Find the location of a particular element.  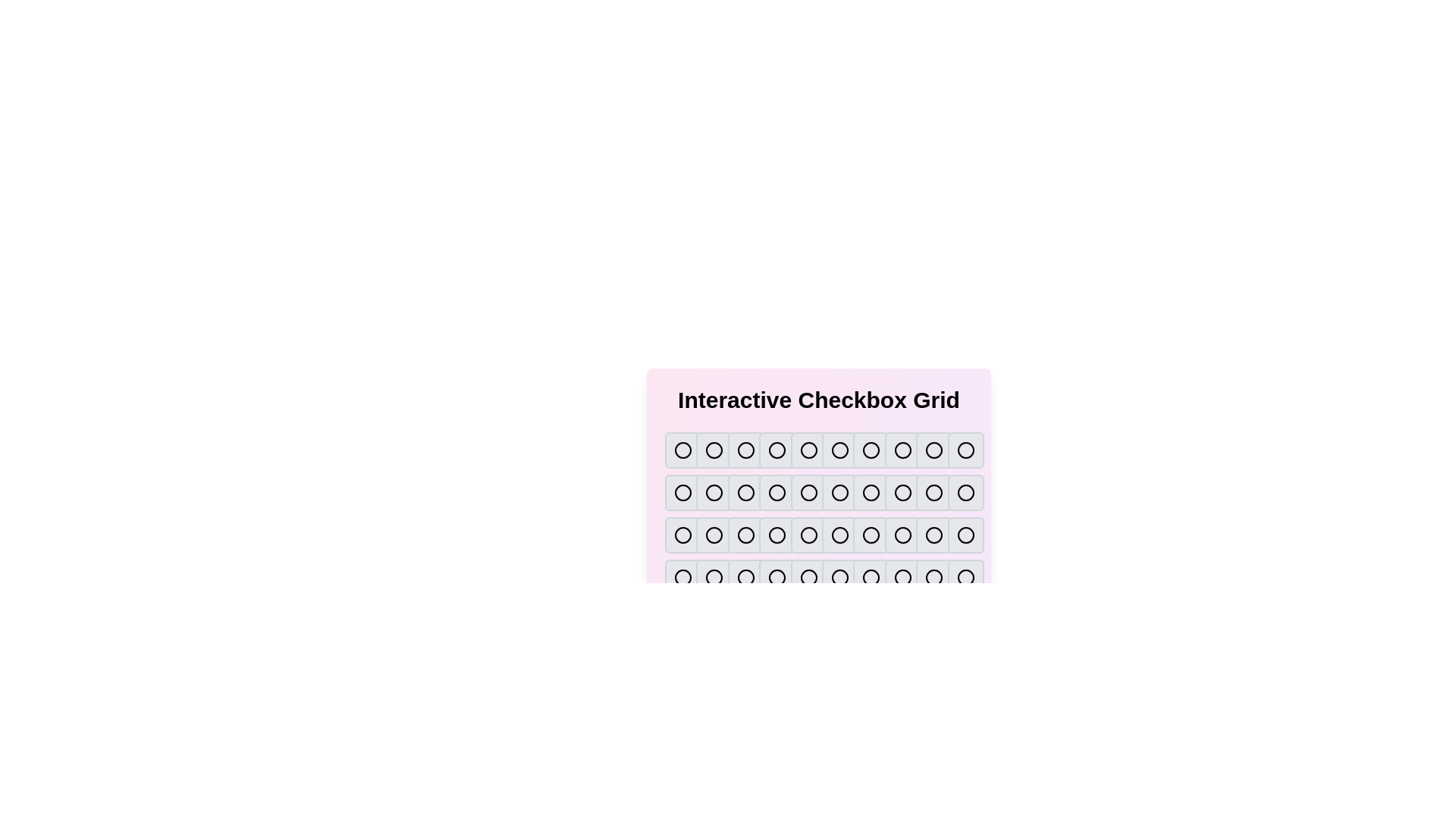

the title text 'Interactive Checkbox Grid' is located at coordinates (818, 400).